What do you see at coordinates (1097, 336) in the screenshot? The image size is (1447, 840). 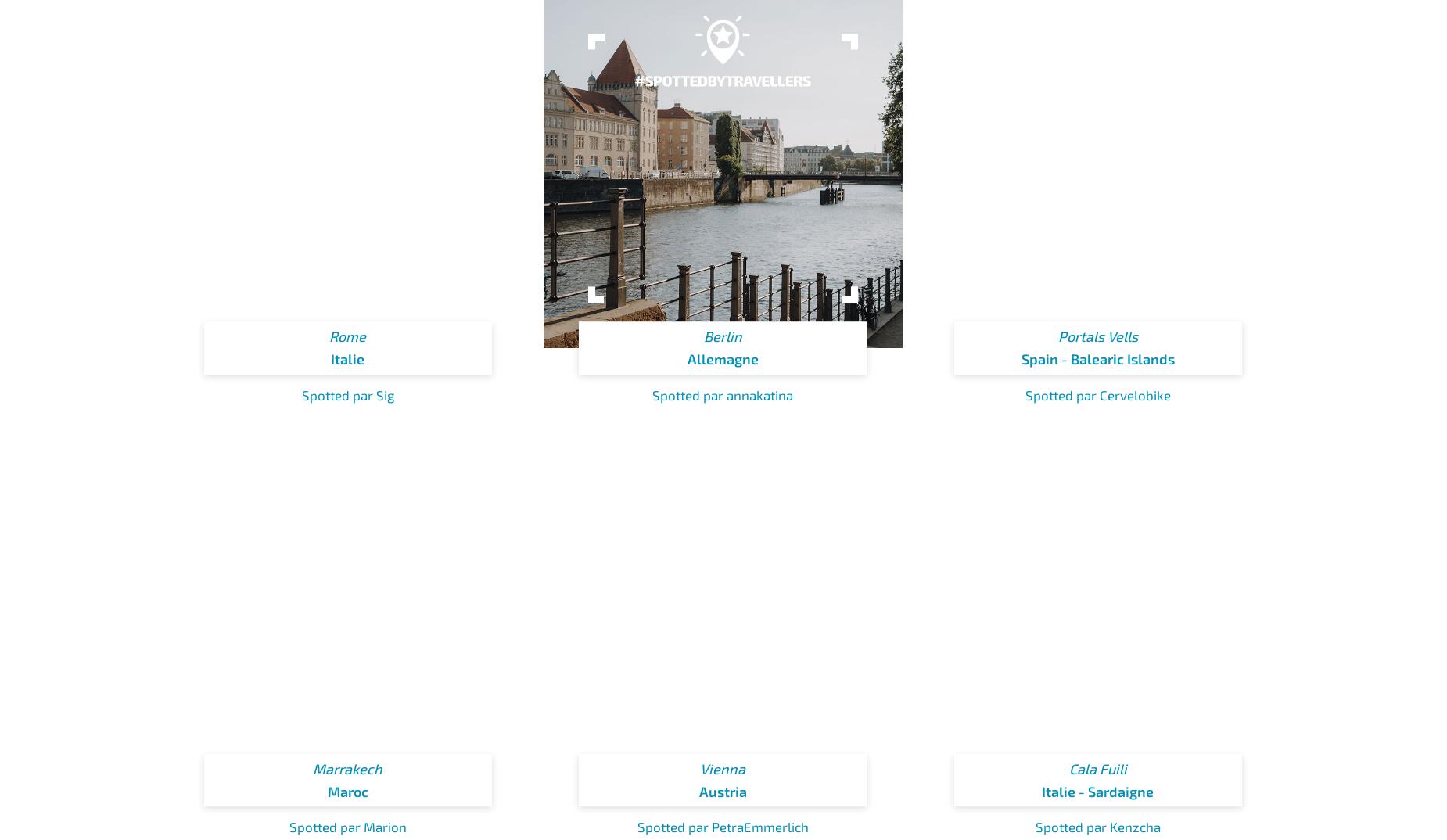 I see `'Portals Vells'` at bounding box center [1097, 336].